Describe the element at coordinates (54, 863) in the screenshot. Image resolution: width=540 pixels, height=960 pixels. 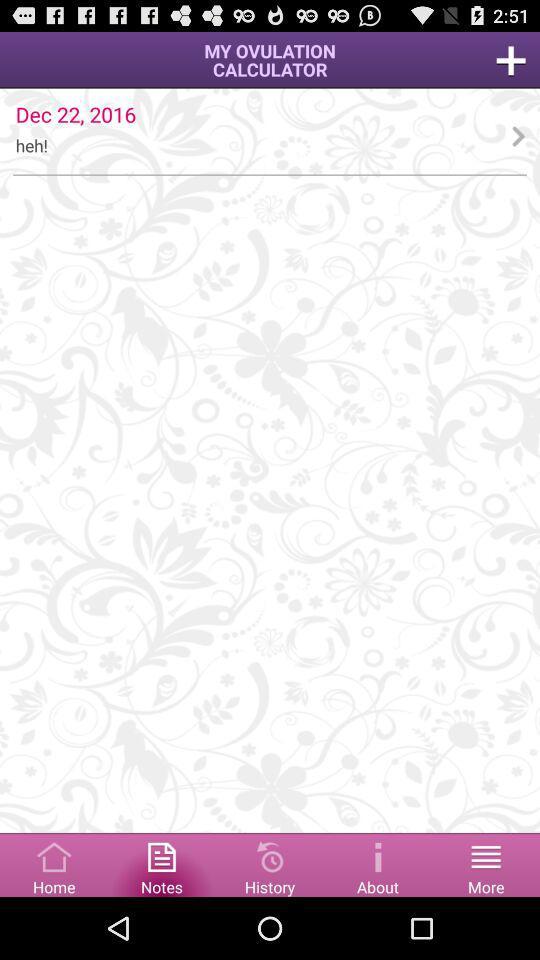
I see `go home` at that location.